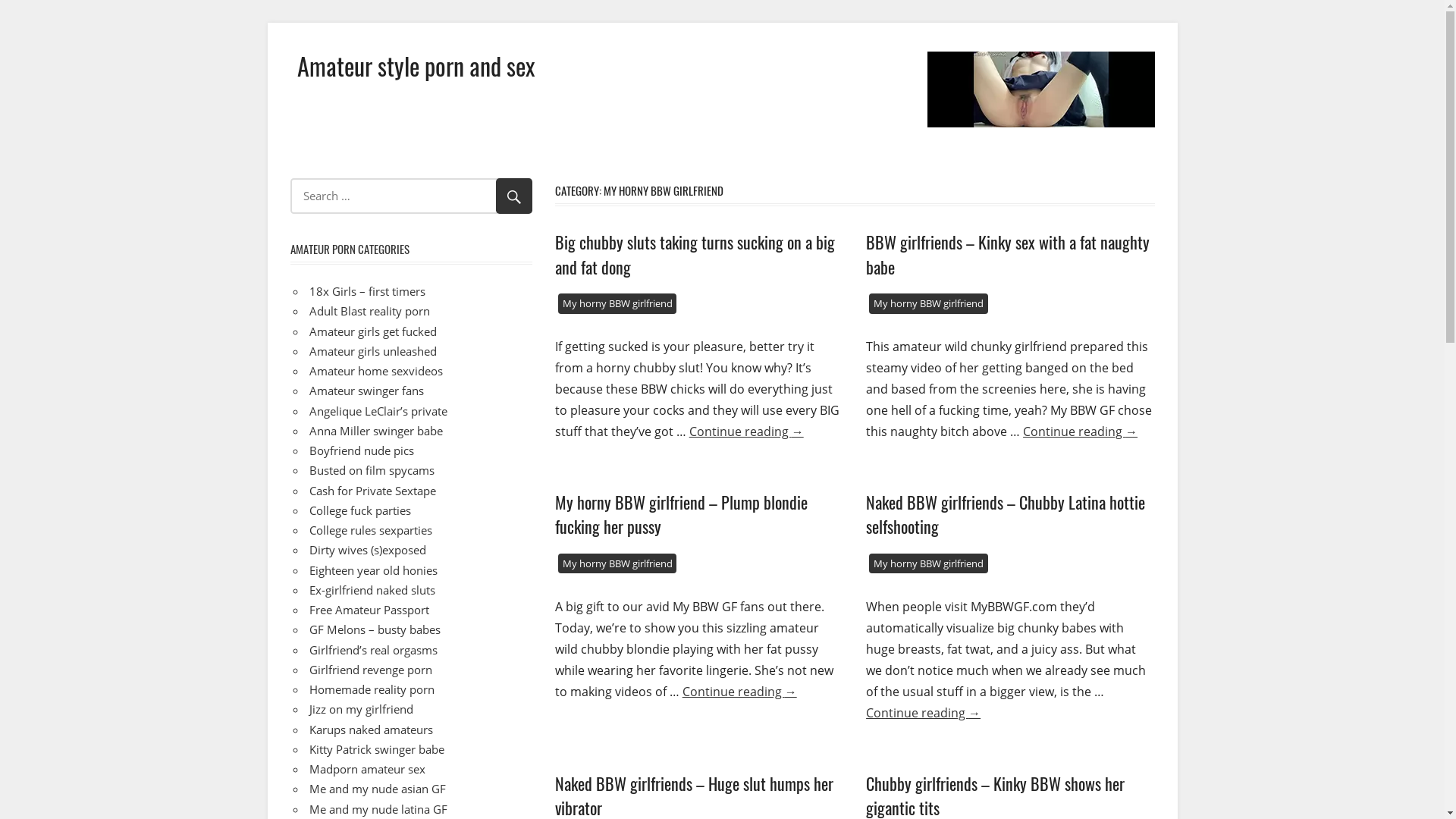 This screenshot has height=819, width=1456. I want to click on 'Busted on film spycams', so click(372, 469).